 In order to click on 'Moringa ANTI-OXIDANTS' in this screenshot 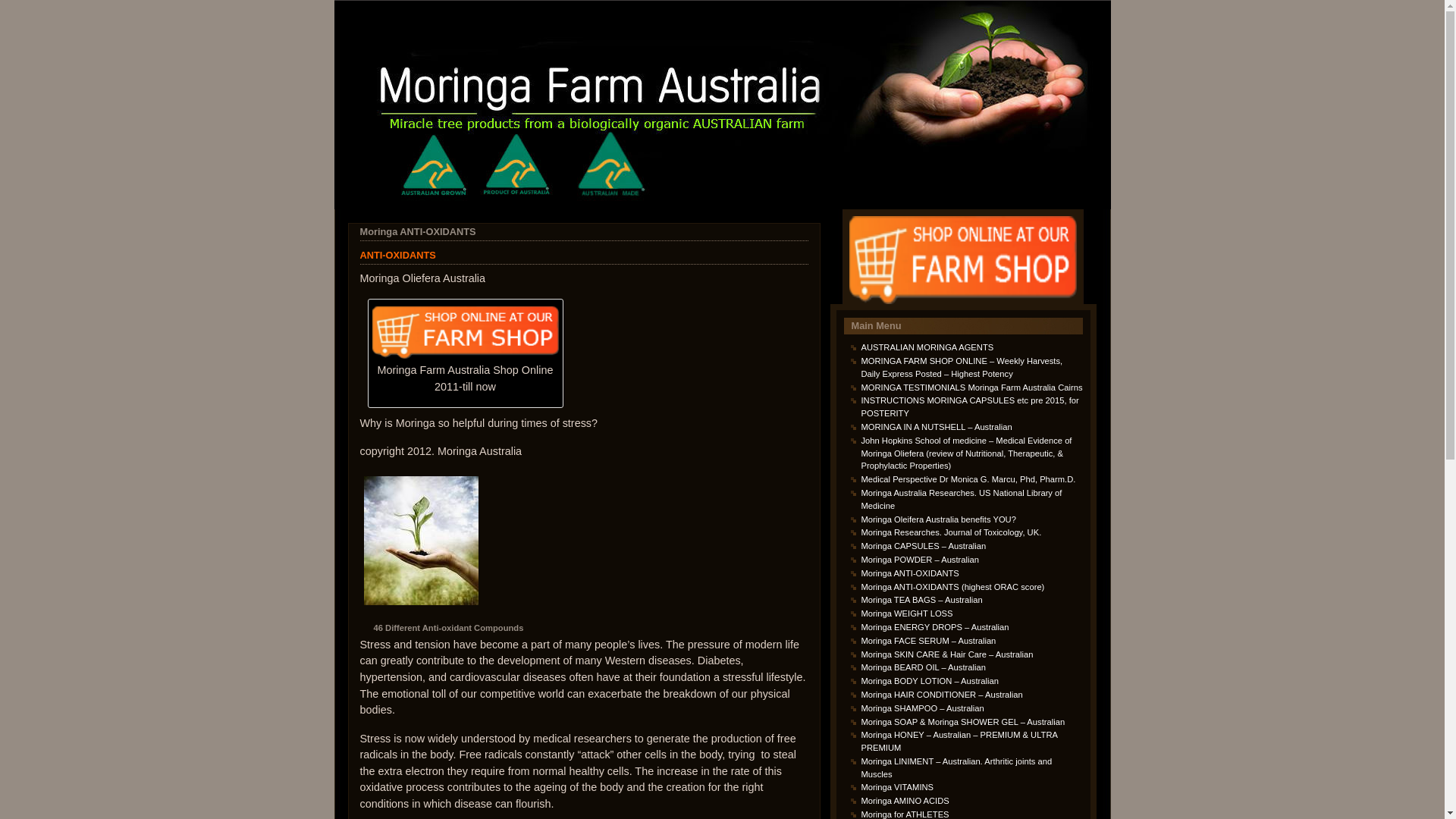, I will do `click(910, 573)`.